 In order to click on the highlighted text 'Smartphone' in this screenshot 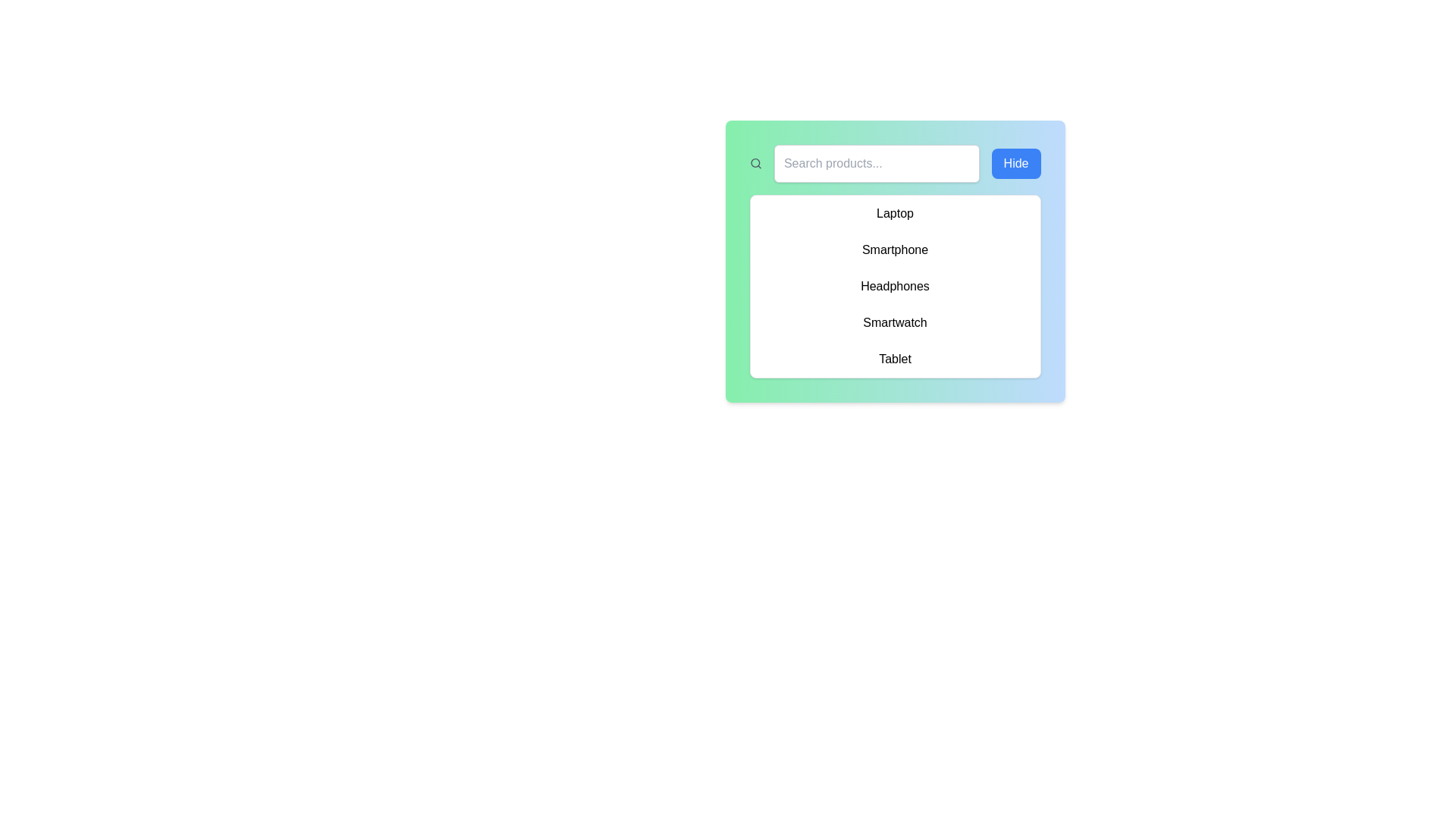, I will do `click(895, 260)`.